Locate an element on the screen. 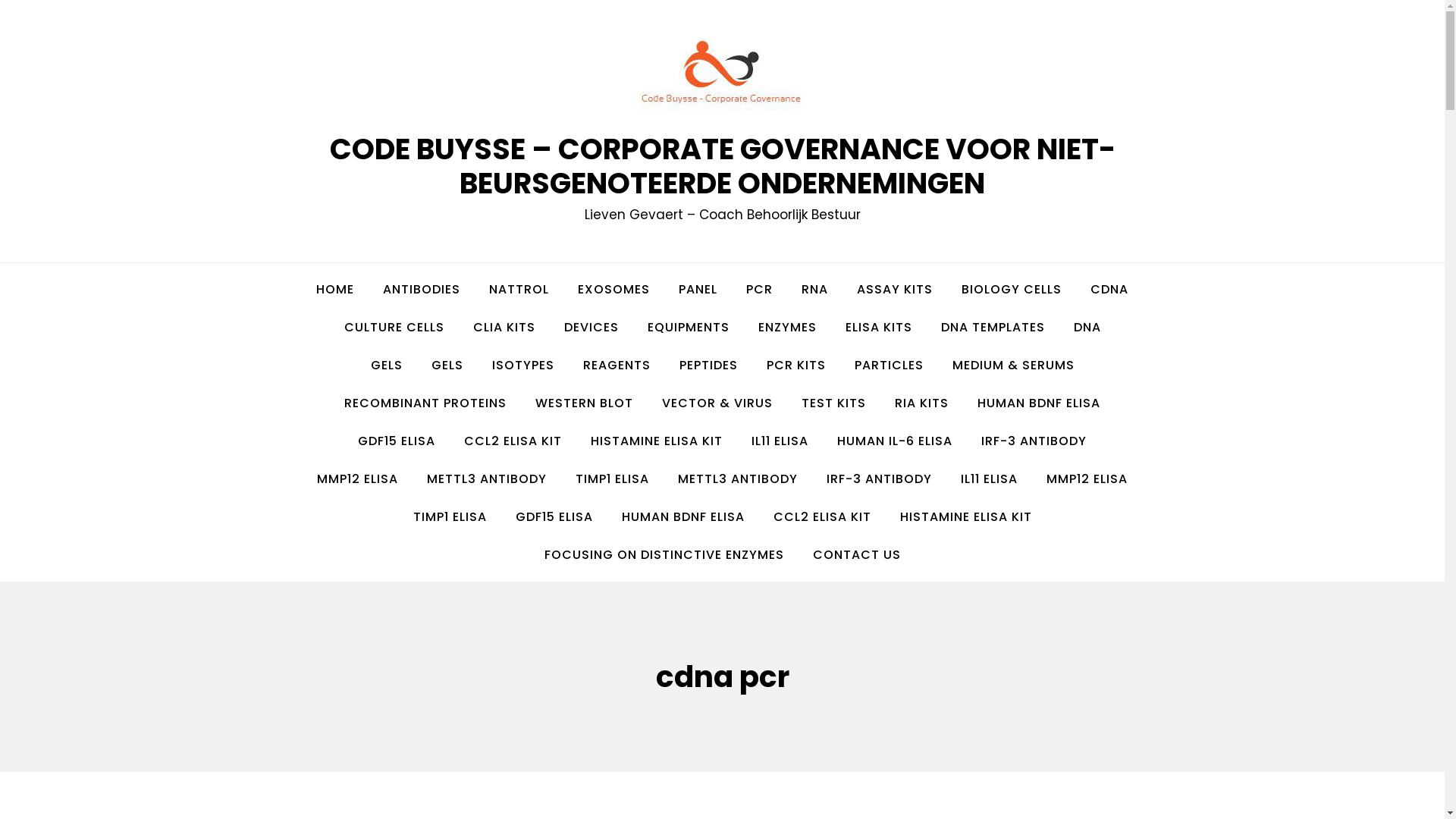 This screenshot has width=1456, height=819. 'DEVICES' is located at coordinates (549, 327).